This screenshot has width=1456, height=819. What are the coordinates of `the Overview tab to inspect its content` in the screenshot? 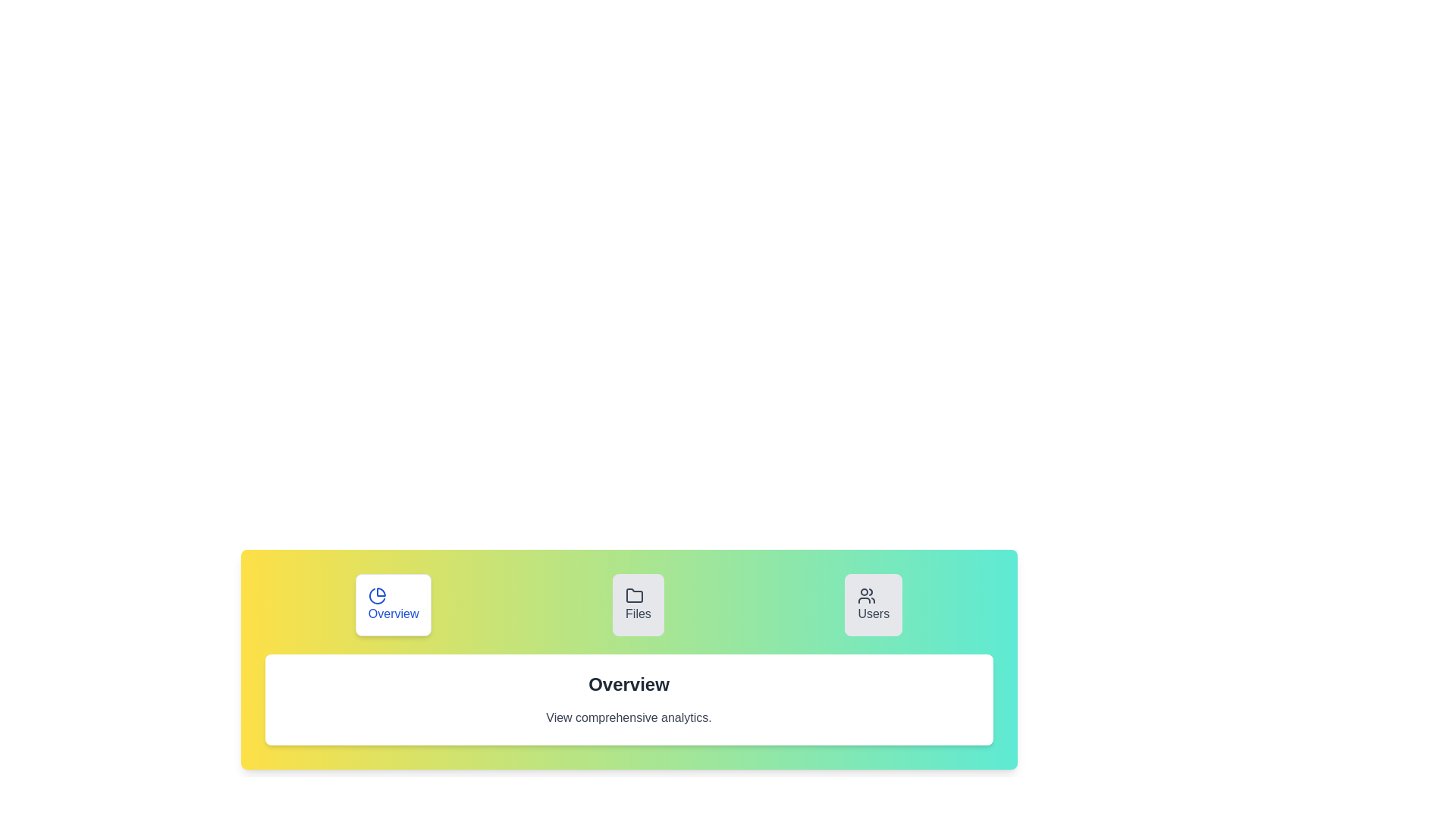 It's located at (393, 604).